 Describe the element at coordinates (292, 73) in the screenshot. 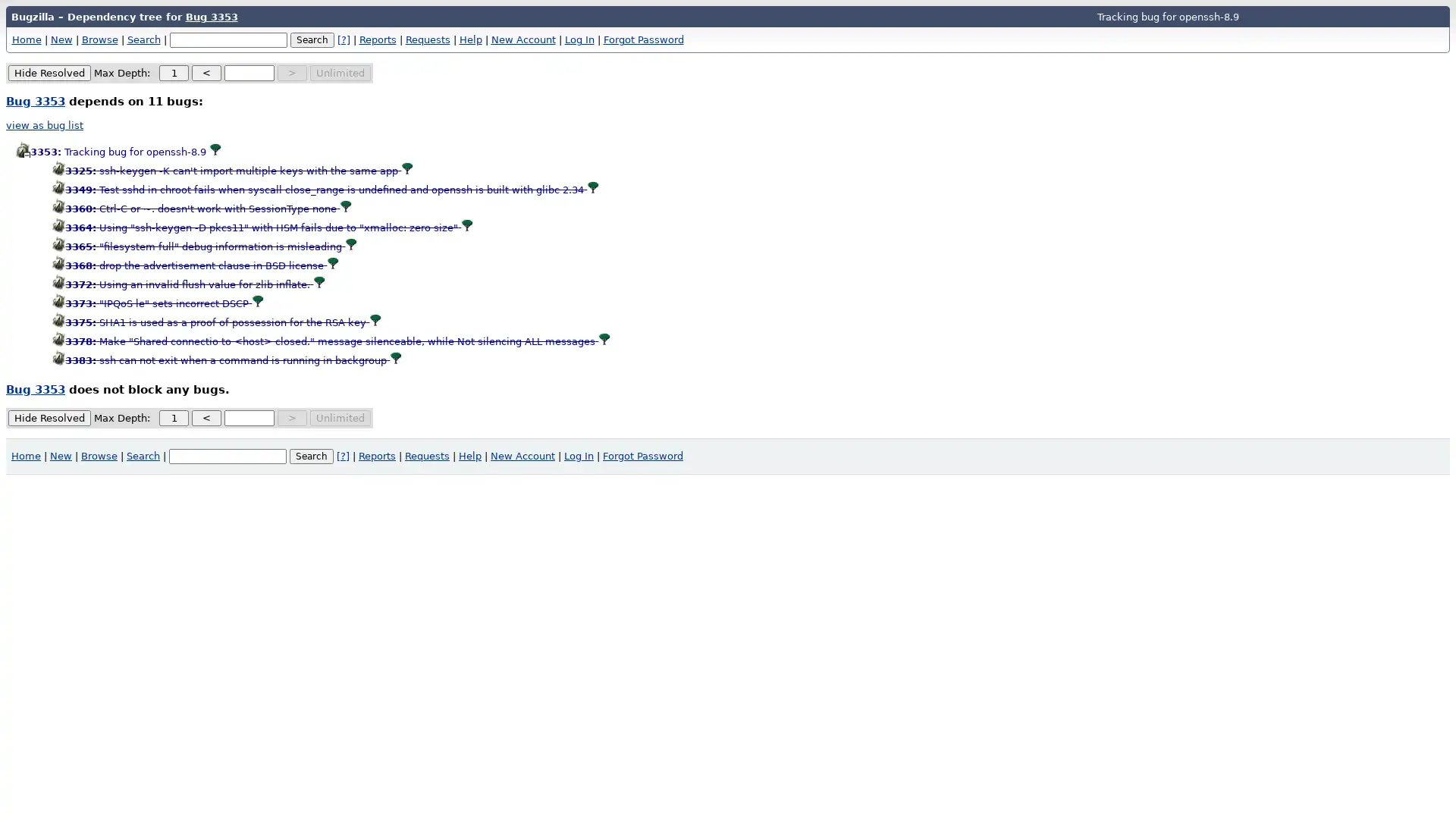

I see `>` at that location.